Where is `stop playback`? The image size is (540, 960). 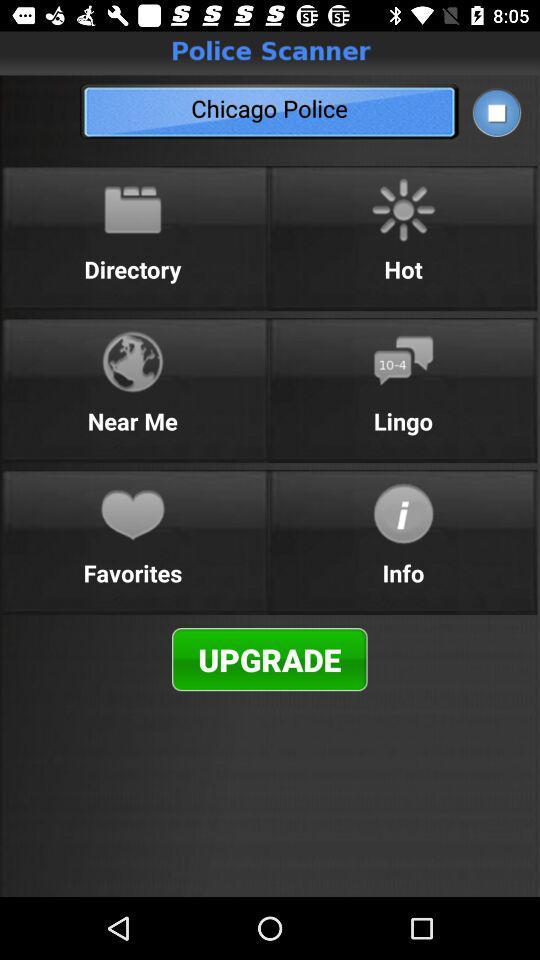
stop playback is located at coordinates (495, 112).